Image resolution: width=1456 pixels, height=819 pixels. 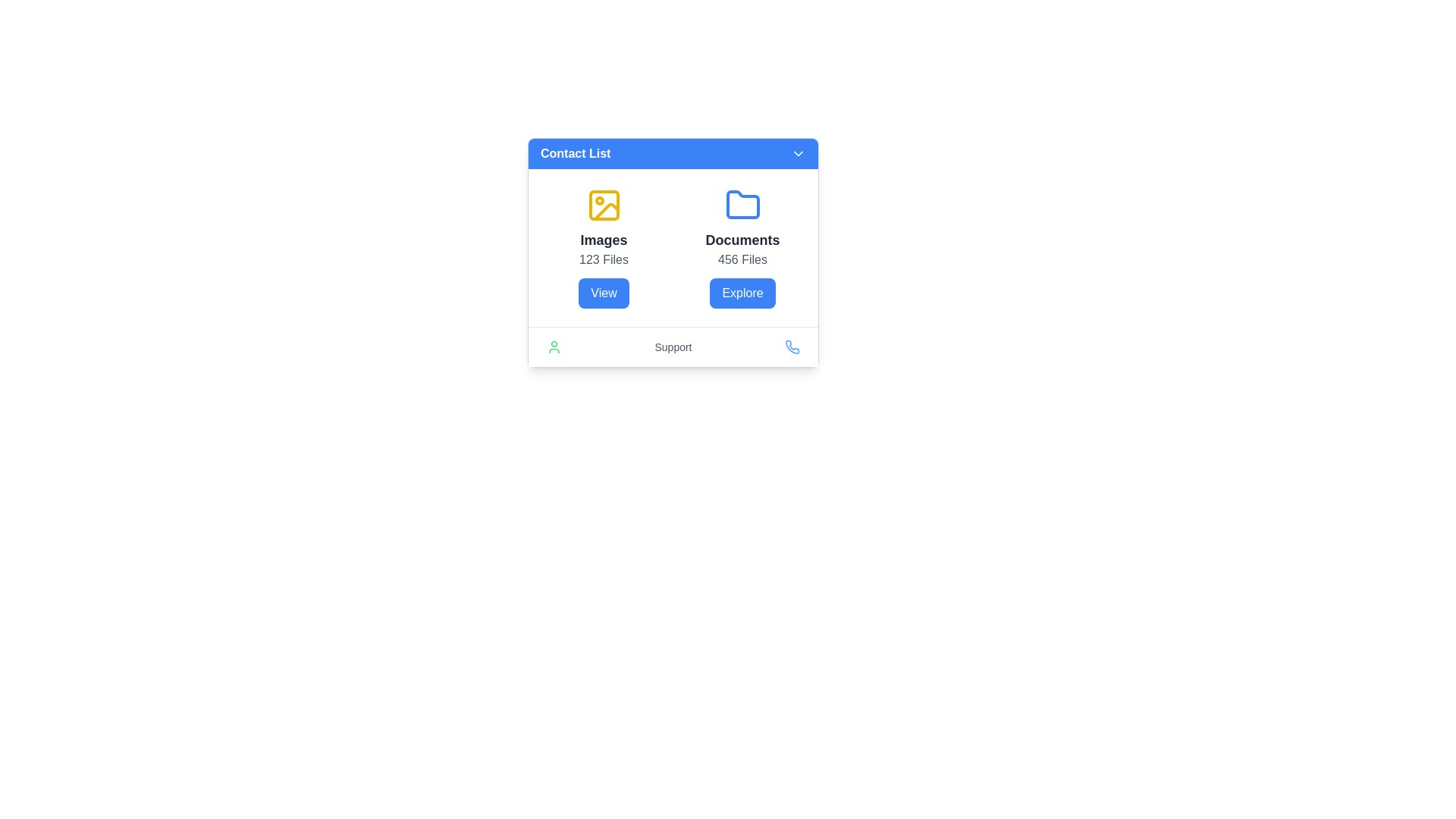 I want to click on the 'Images' icon, which is the first icon in the top row of the card labeled 'Images', located above the text '123 Files' and a 'View' button, so click(x=603, y=205).